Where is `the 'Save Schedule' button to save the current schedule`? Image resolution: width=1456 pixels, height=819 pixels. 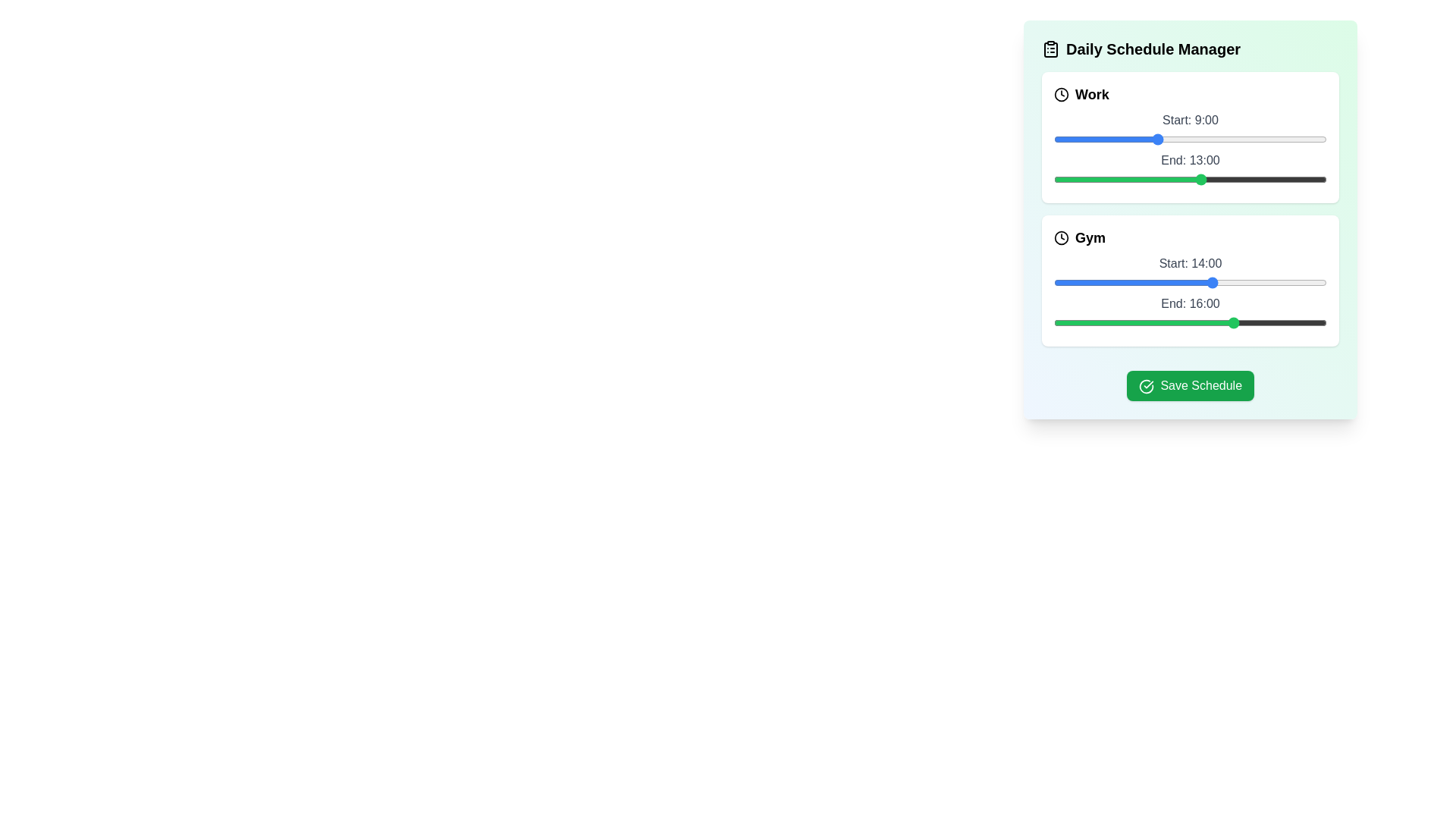 the 'Save Schedule' button to save the current schedule is located at coordinates (1189, 385).